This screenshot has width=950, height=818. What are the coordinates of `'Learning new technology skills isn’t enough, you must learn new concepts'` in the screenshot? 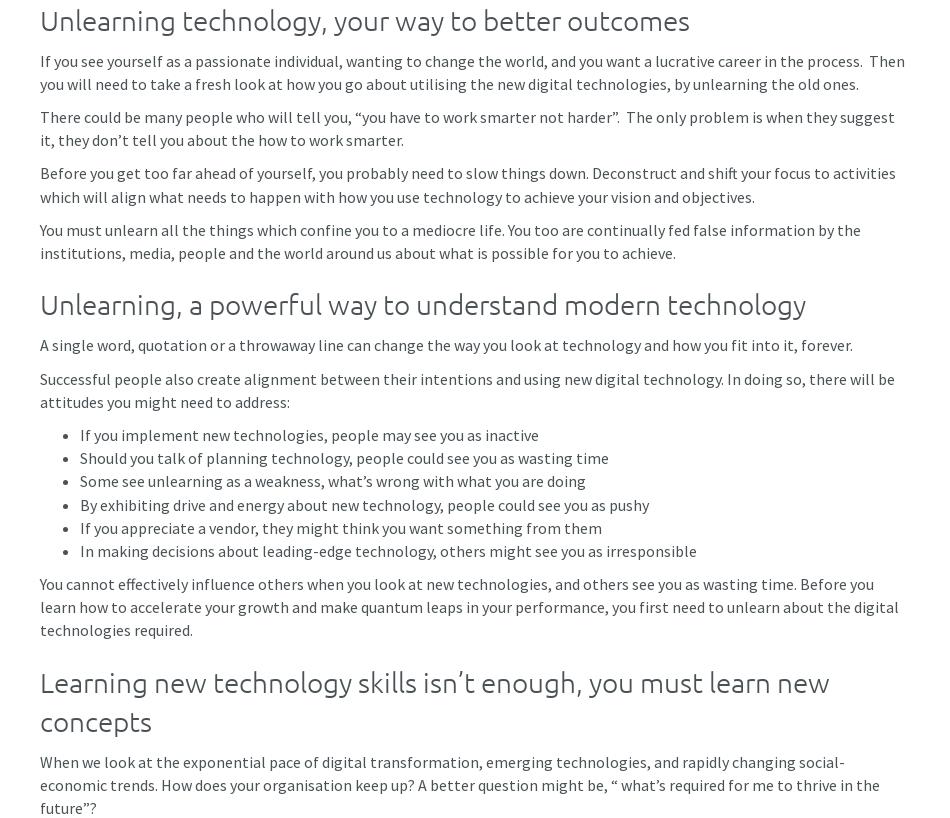 It's located at (434, 700).